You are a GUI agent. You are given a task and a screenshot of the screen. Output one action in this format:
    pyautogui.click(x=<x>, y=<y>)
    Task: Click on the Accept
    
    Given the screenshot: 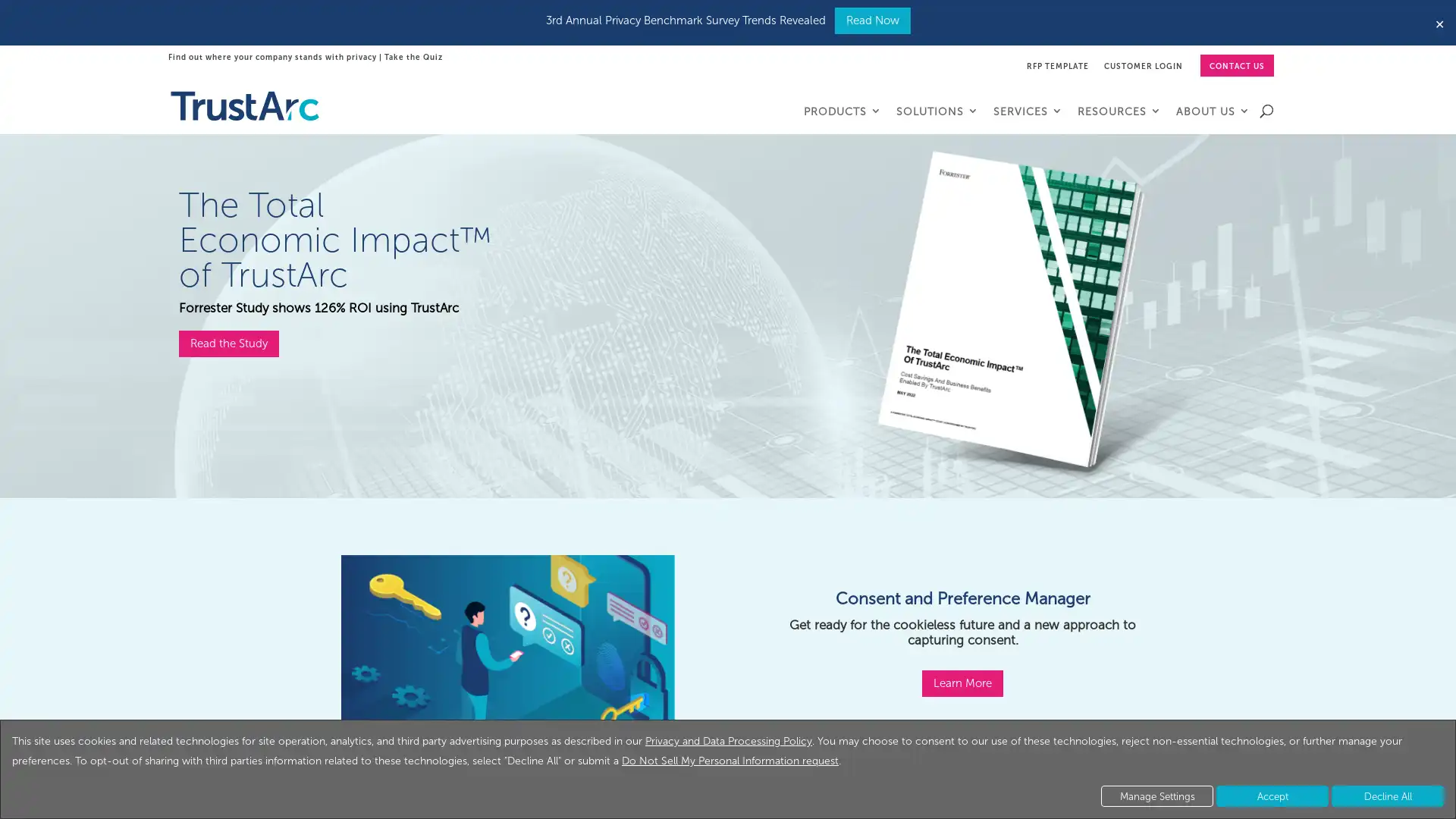 What is the action you would take?
    pyautogui.click(x=1272, y=795)
    